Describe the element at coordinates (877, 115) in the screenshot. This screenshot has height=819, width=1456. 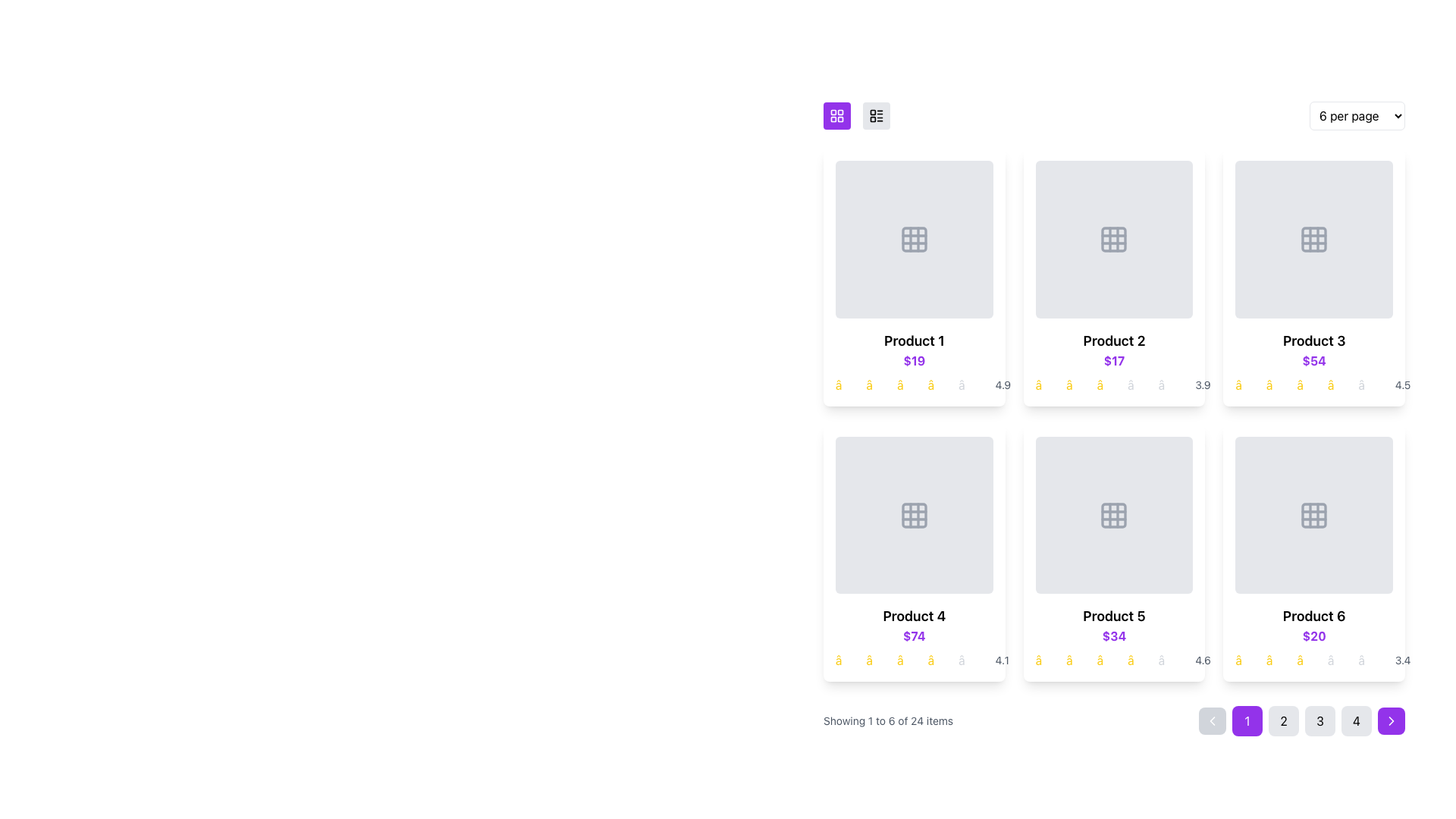
I see `the layout list icon button located in the top-right of the interface for information` at that location.